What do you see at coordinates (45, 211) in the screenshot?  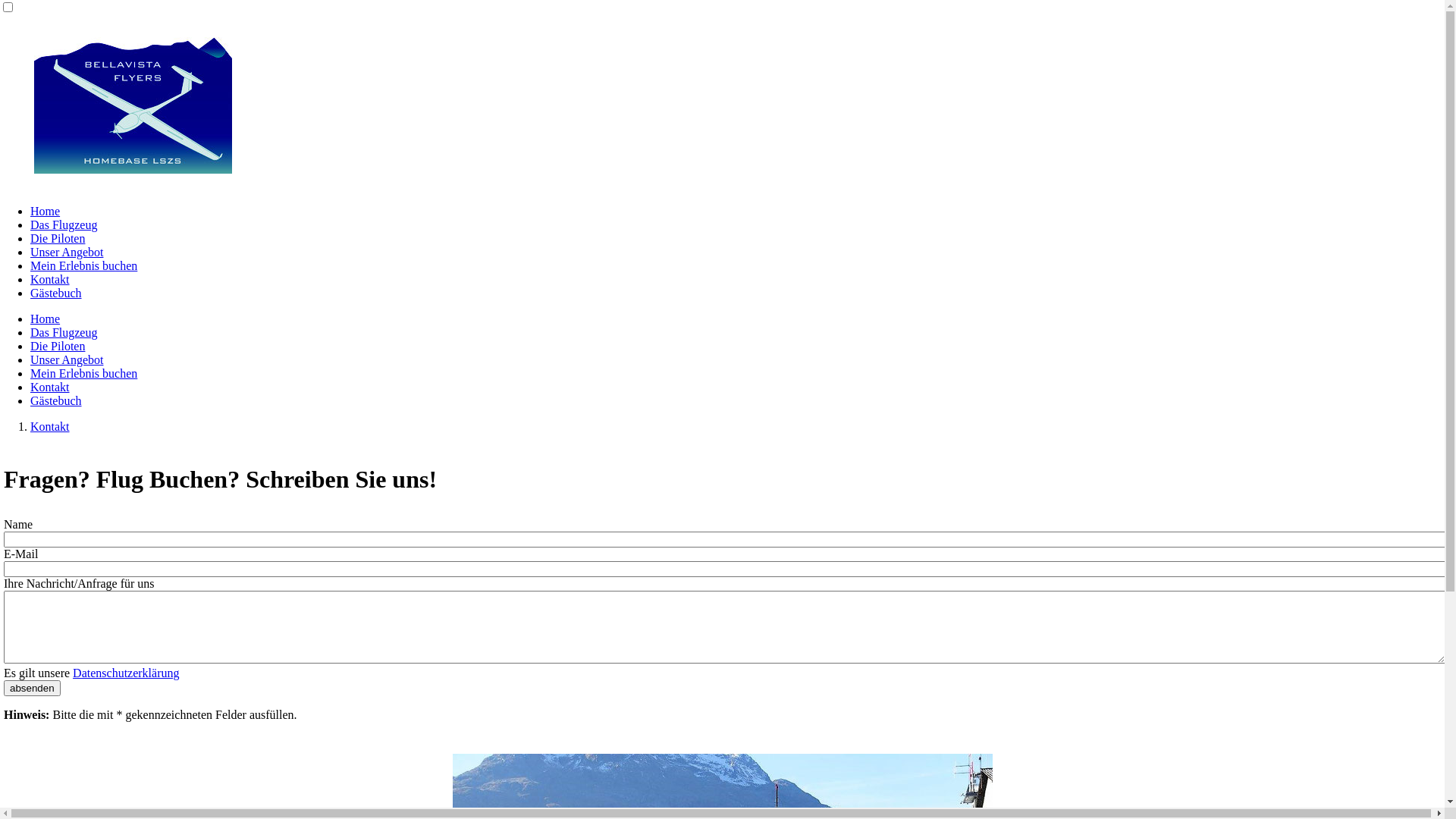 I see `'Home'` at bounding box center [45, 211].